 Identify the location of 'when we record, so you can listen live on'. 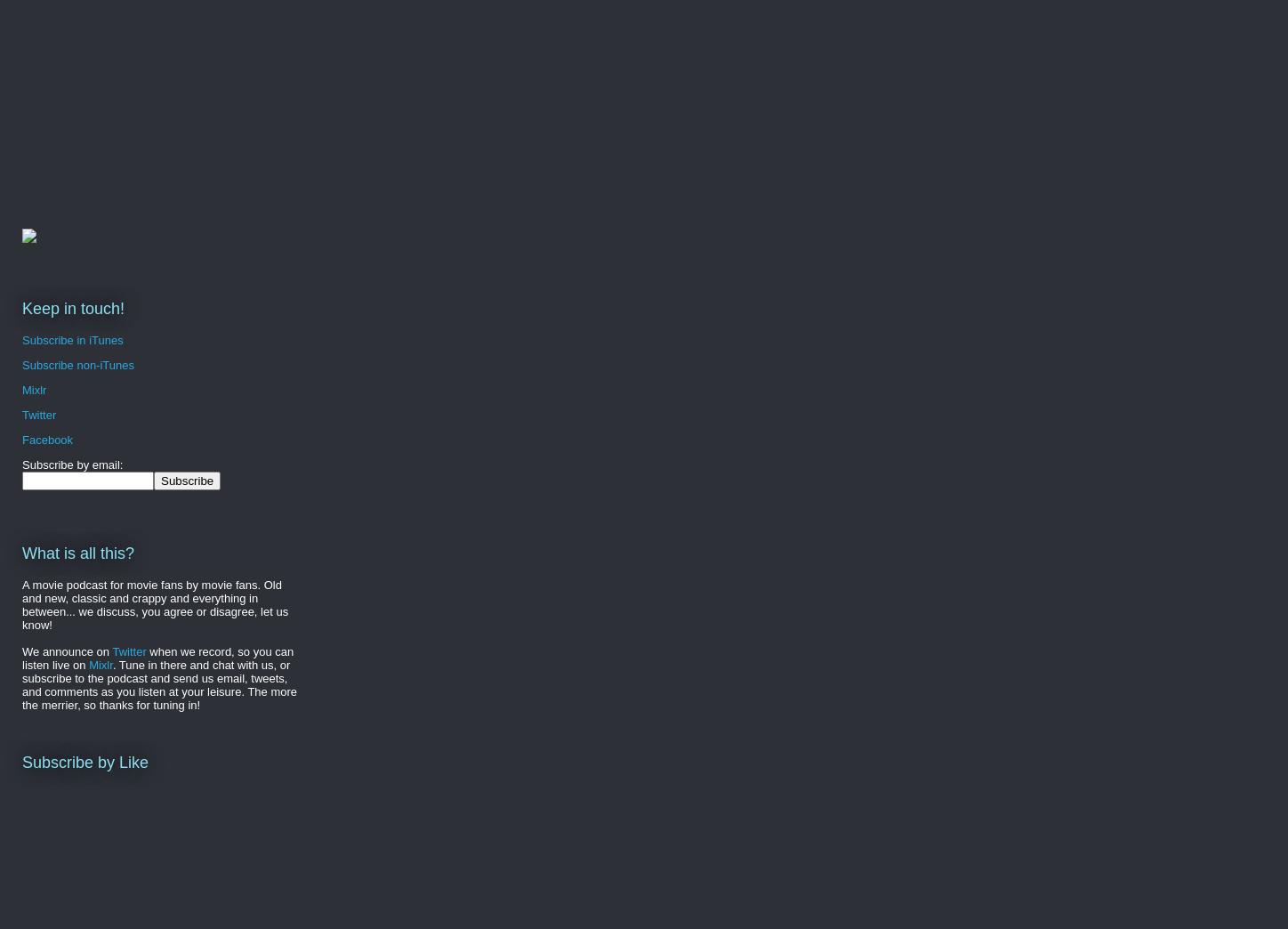
(157, 658).